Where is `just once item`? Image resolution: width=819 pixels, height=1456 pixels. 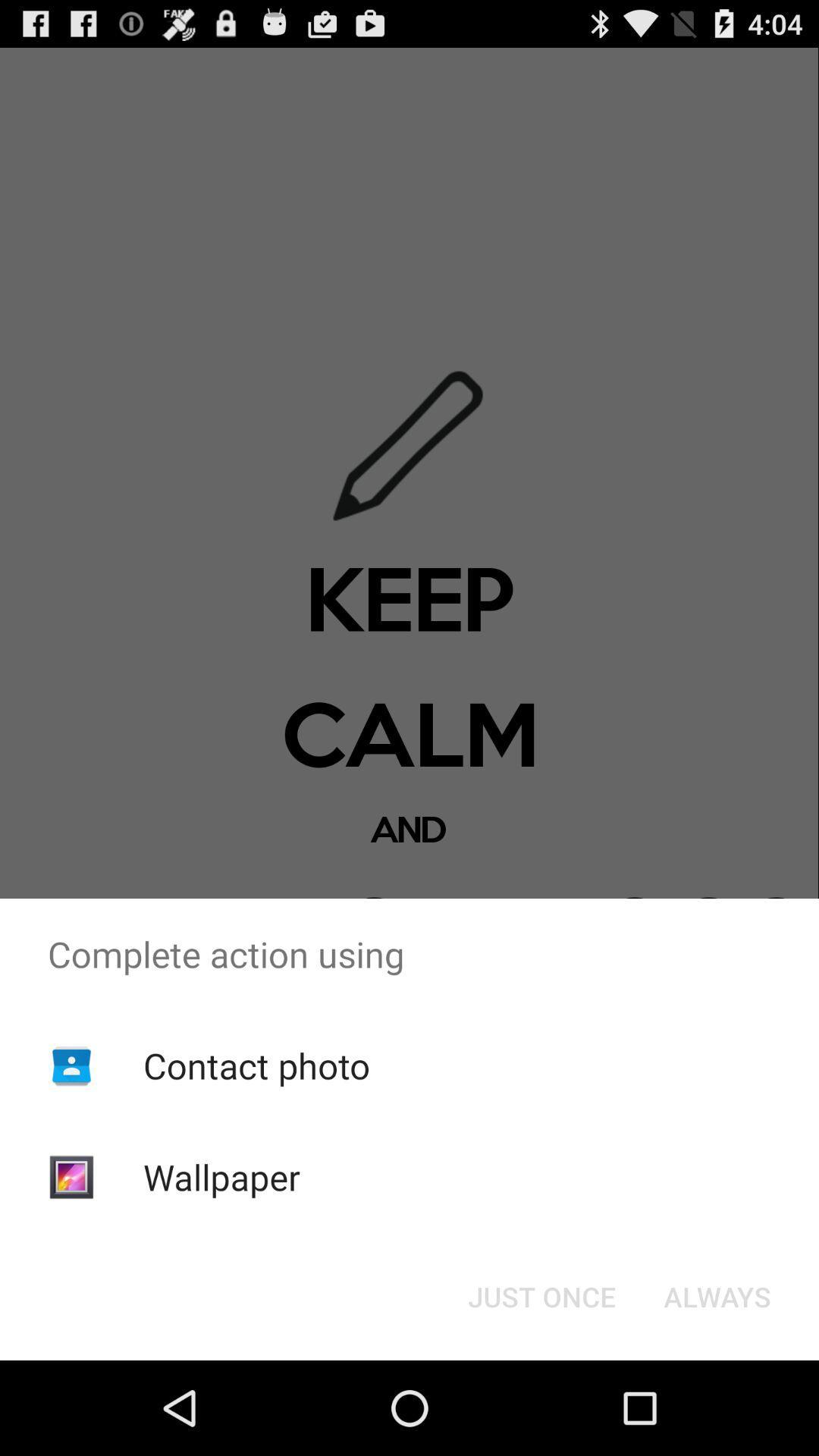 just once item is located at coordinates (541, 1295).